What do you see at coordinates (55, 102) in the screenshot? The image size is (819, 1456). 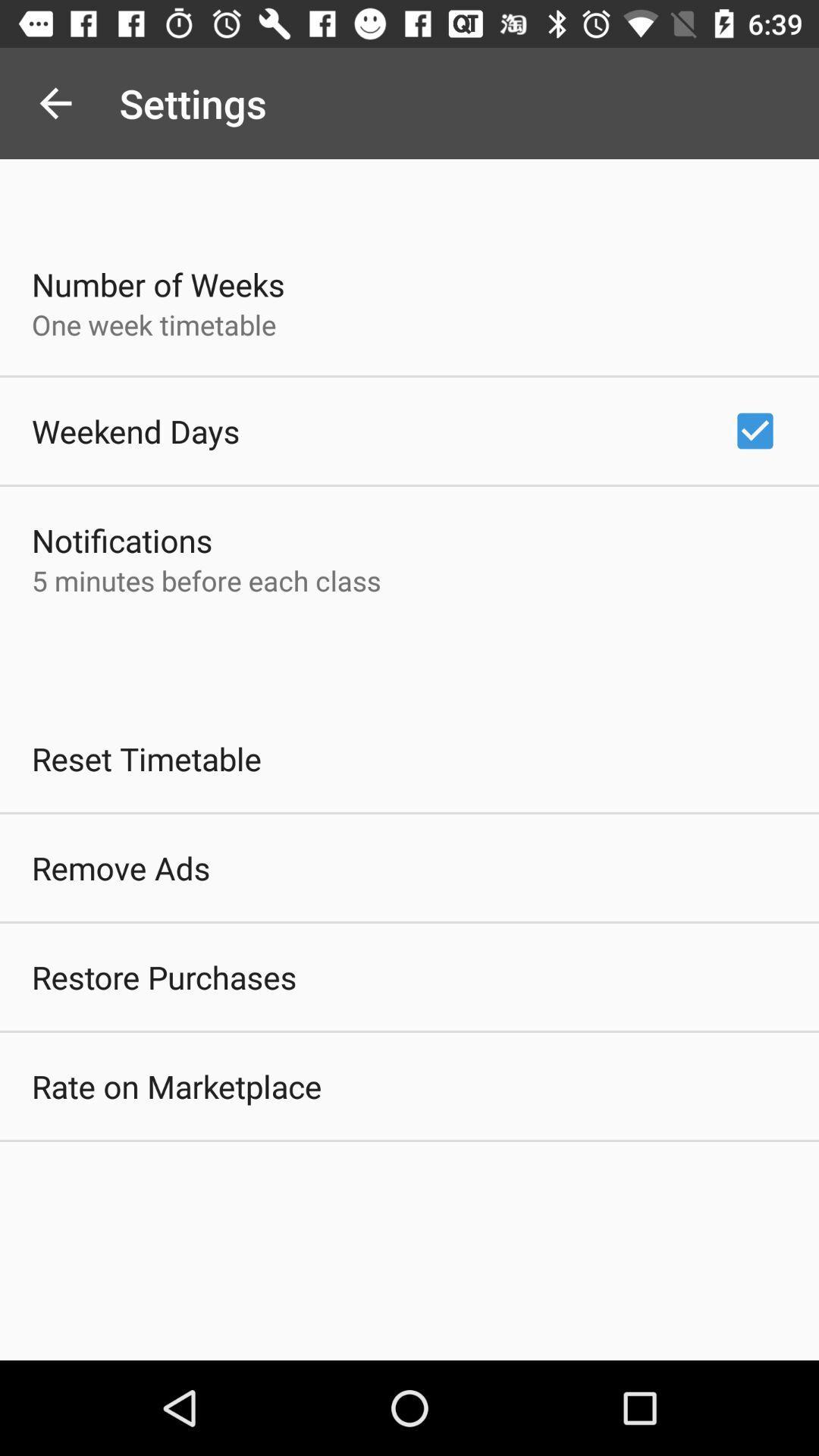 I see `the item next to the settings item` at bounding box center [55, 102].